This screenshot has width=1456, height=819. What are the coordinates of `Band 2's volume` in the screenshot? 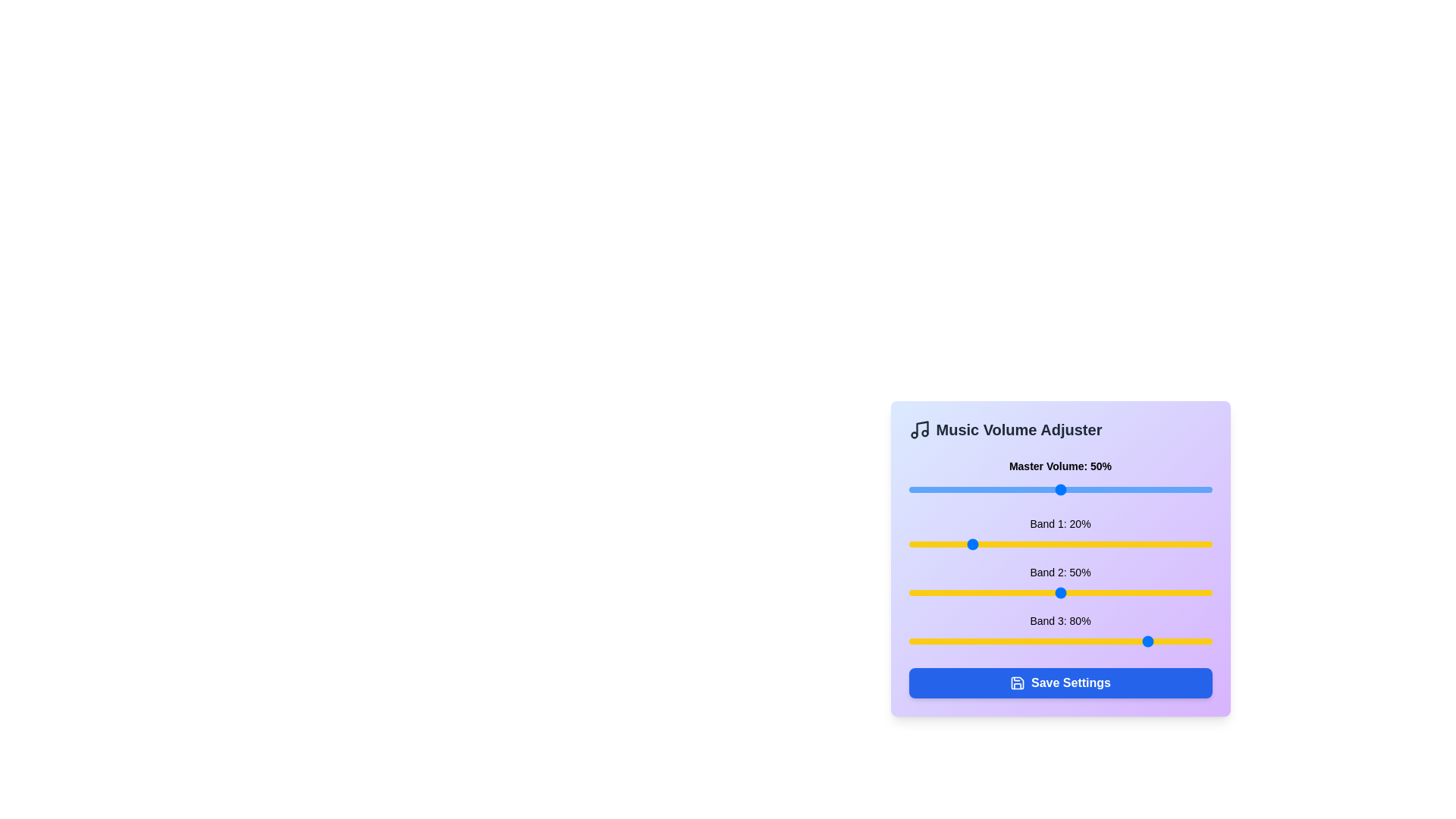 It's located at (1024, 592).